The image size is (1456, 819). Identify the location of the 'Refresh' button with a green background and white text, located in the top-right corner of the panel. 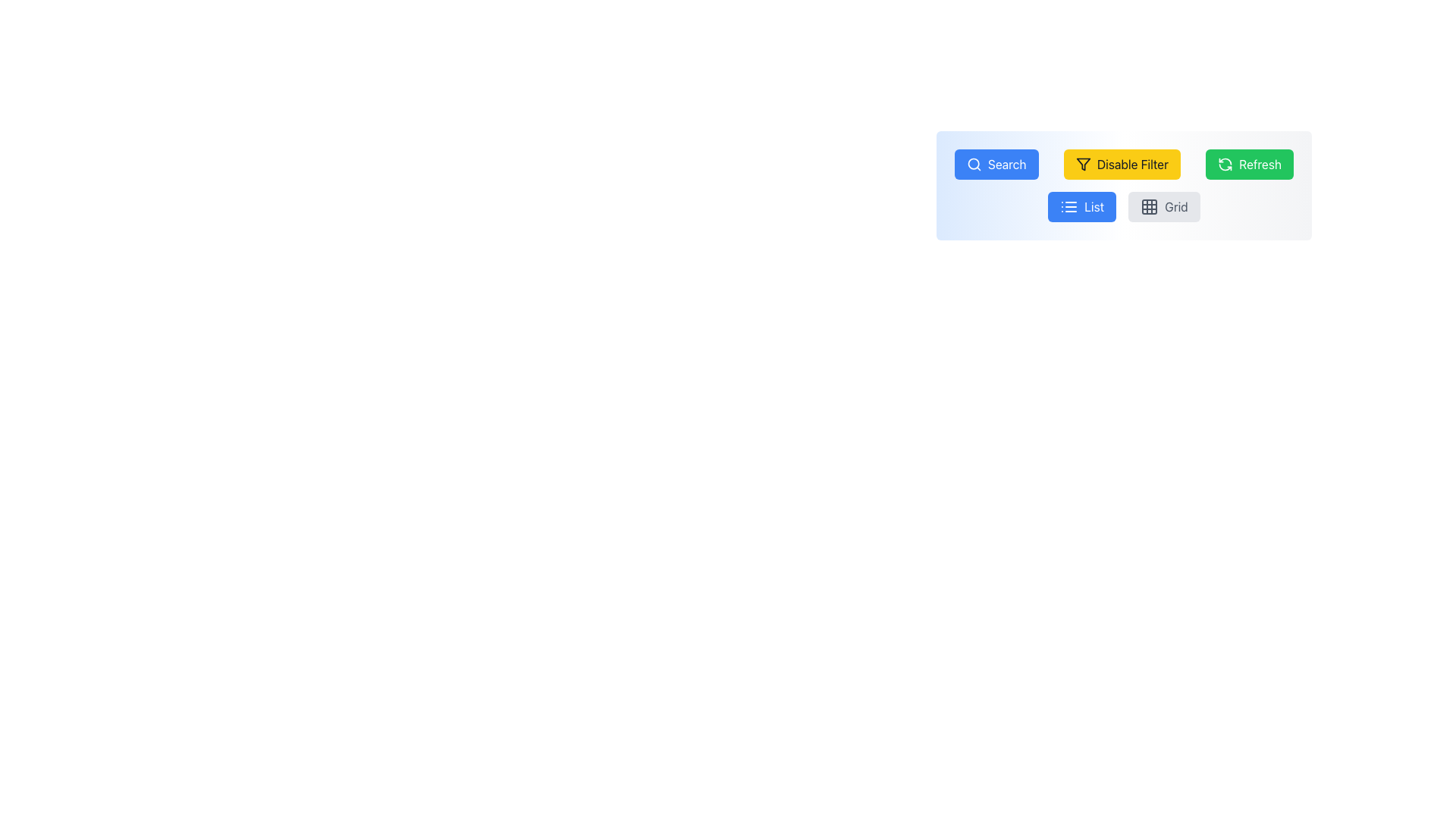
(1250, 164).